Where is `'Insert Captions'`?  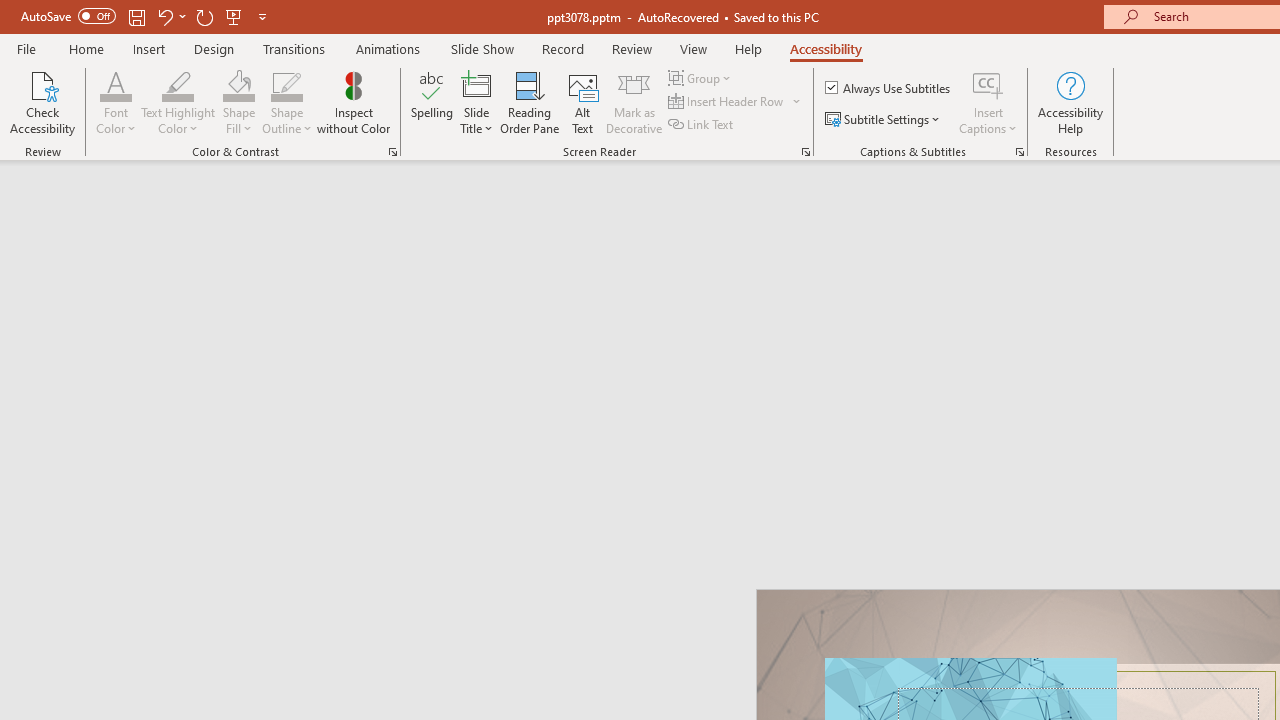
'Insert Captions' is located at coordinates (988, 103).